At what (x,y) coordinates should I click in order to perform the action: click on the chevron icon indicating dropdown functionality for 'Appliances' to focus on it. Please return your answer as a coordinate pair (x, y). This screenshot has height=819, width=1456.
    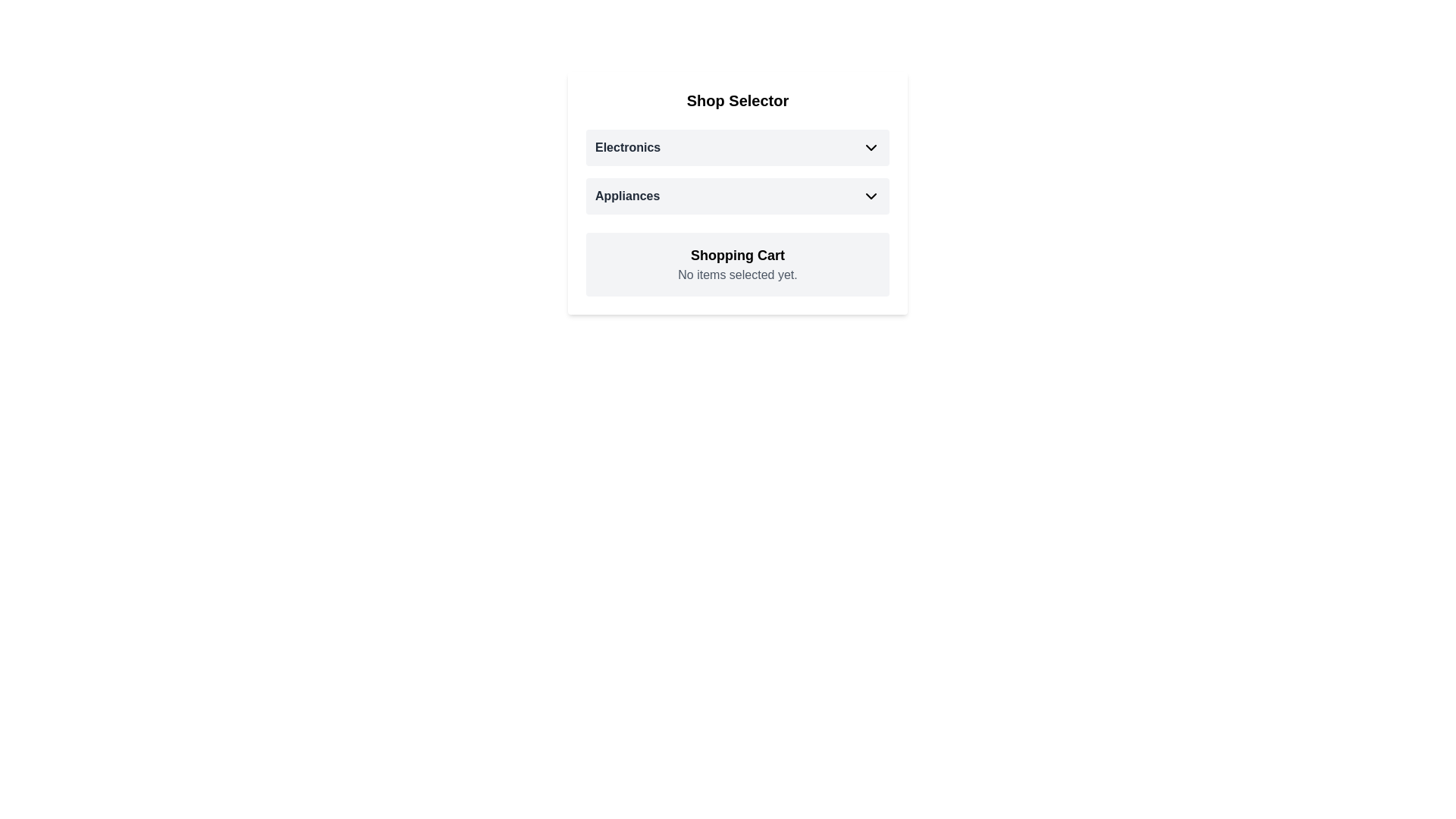
    Looking at the image, I should click on (871, 195).